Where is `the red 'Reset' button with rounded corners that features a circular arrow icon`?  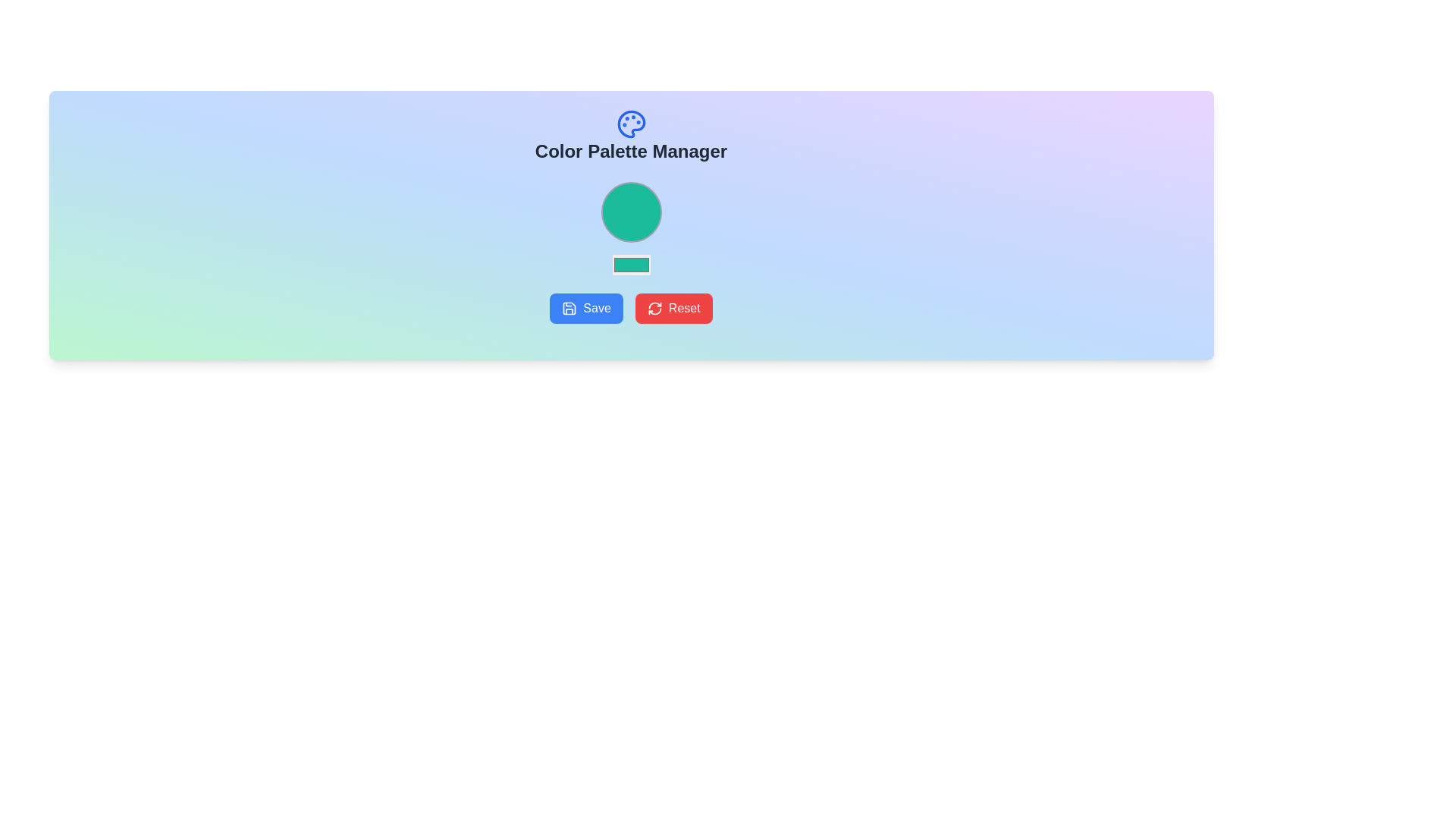 the red 'Reset' button with rounded corners that features a circular arrow icon is located at coordinates (673, 308).